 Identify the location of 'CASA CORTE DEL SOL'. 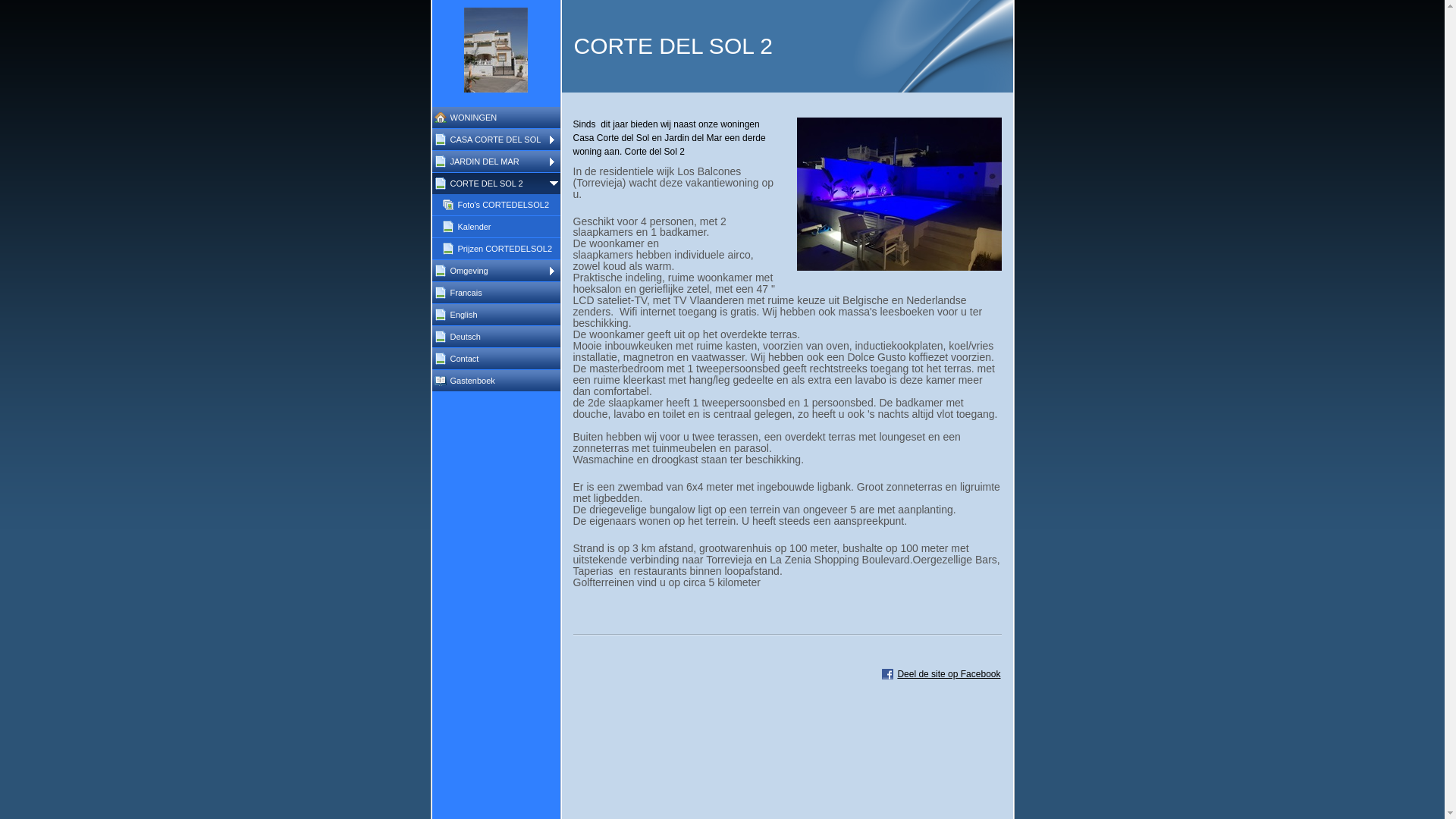
(431, 140).